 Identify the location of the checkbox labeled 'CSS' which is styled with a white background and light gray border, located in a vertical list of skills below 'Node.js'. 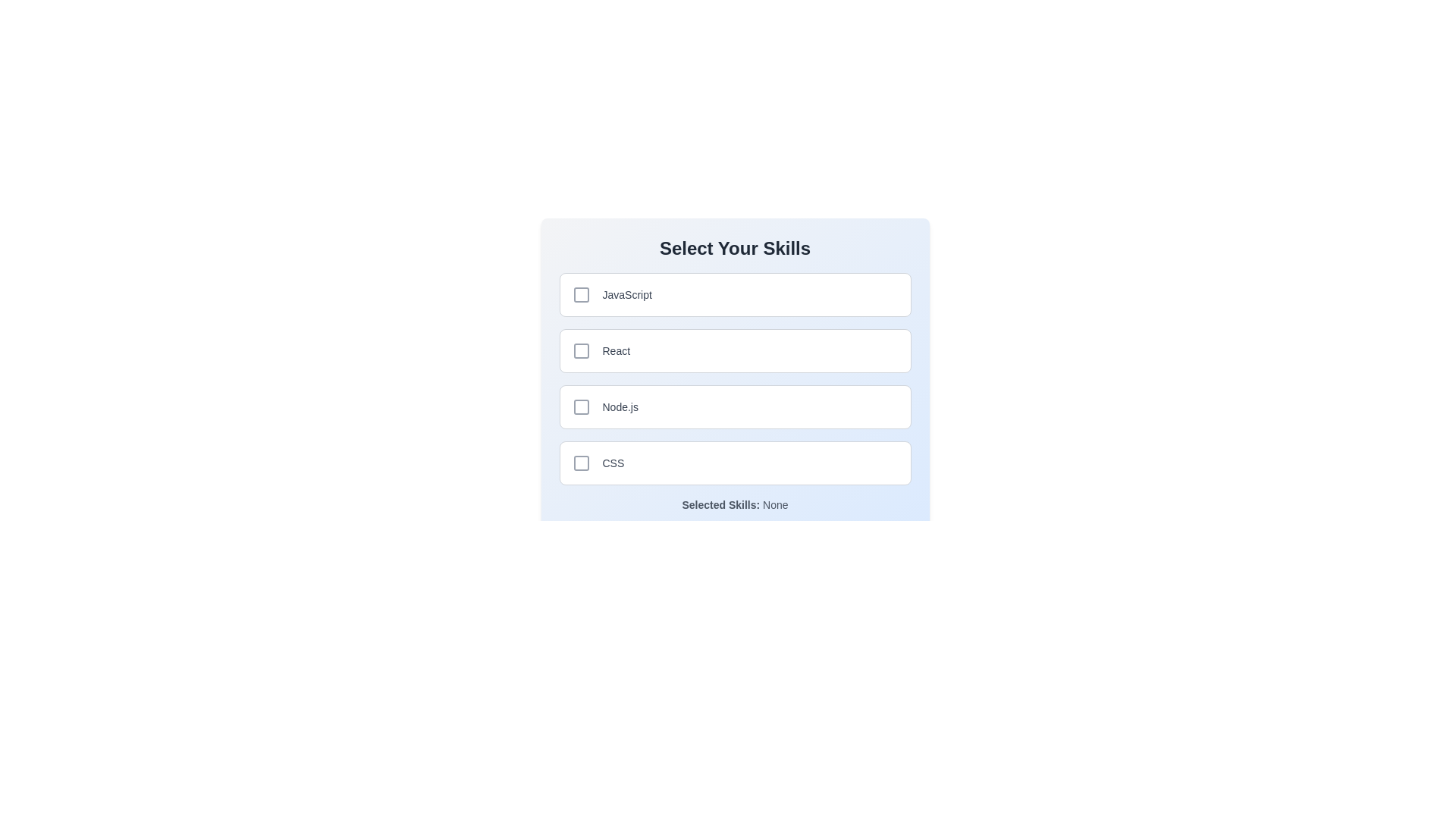
(735, 462).